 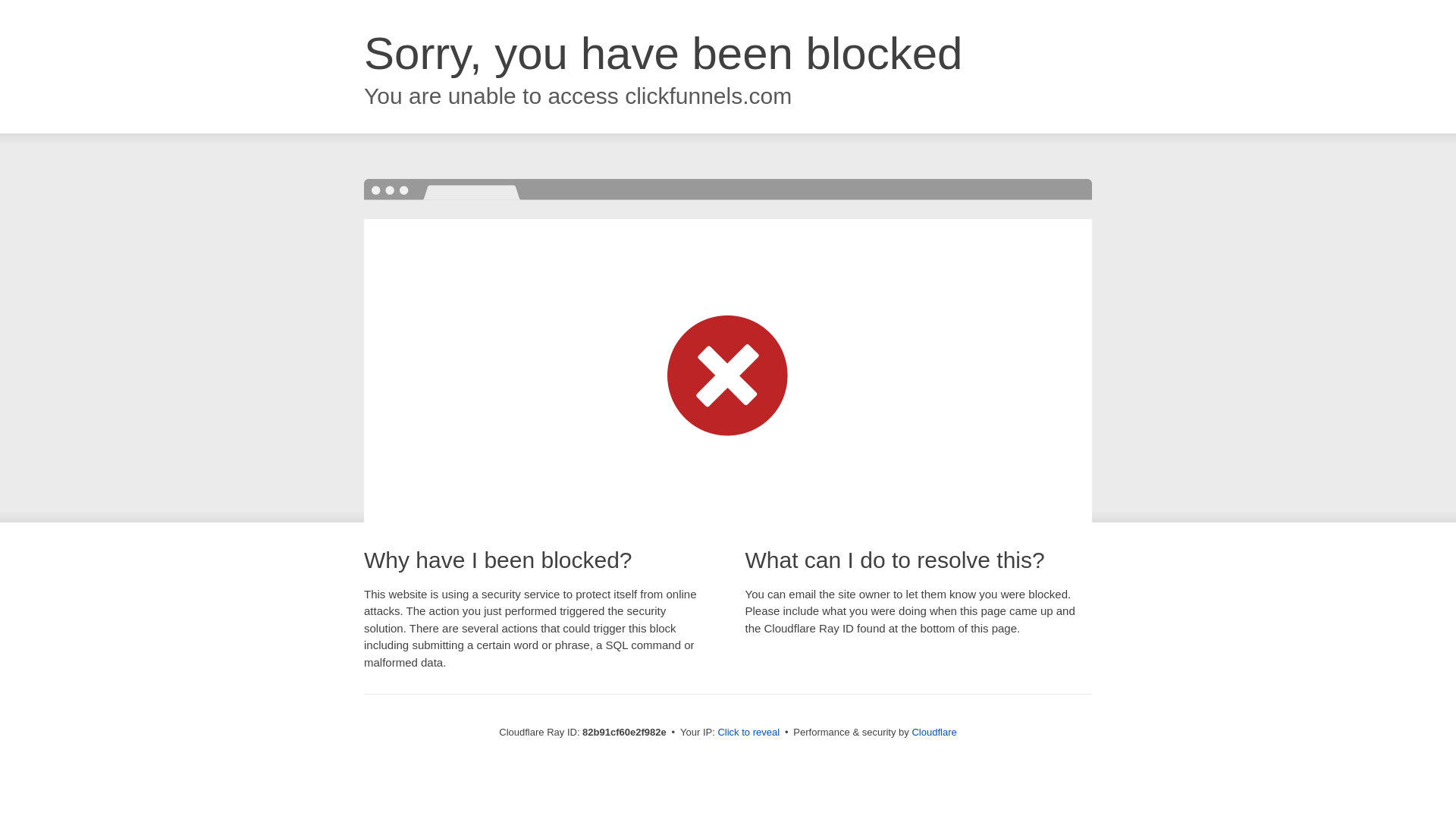 What do you see at coordinates (748, 731) in the screenshot?
I see `'Click to reveal'` at bounding box center [748, 731].